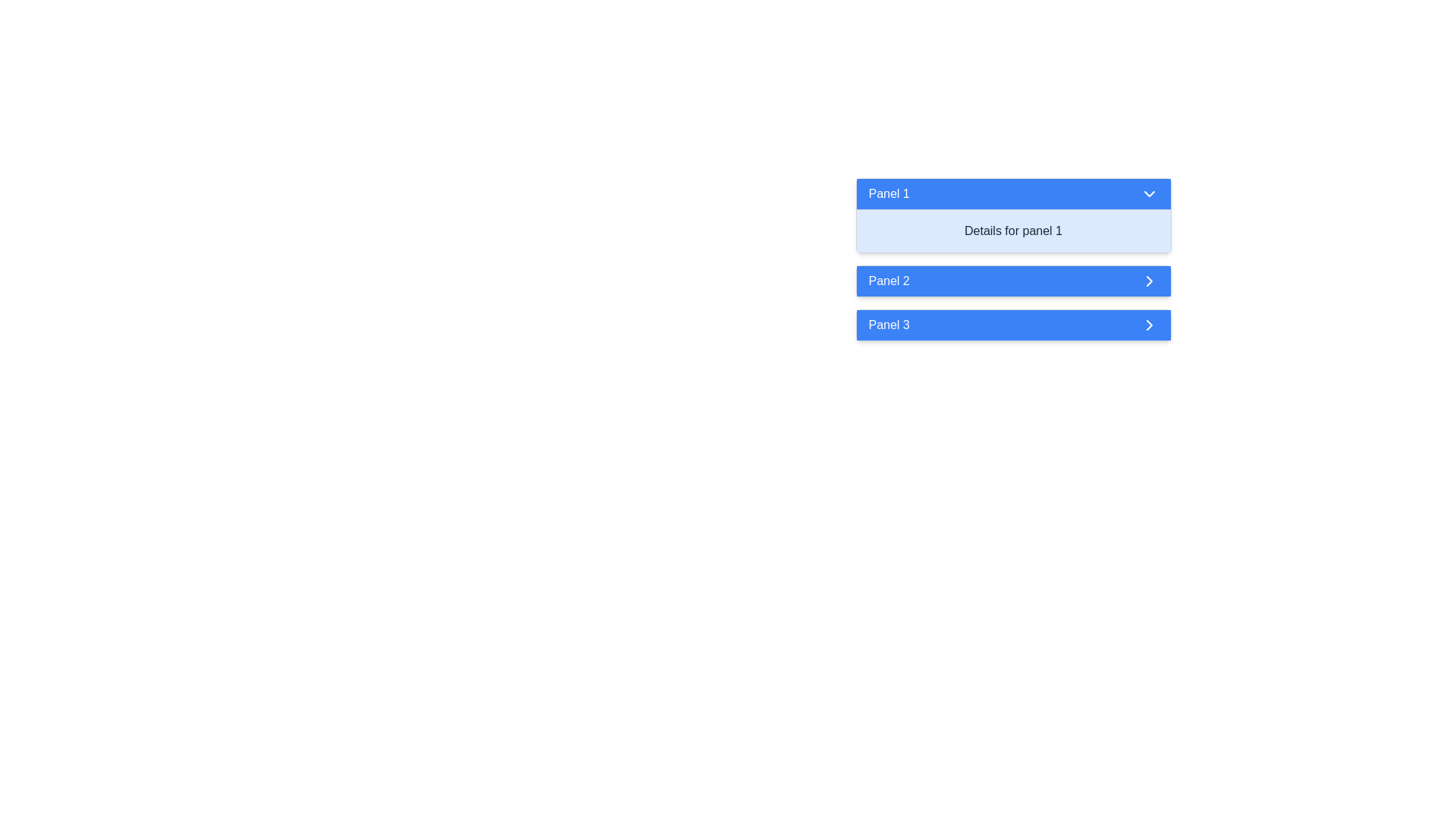  Describe the element at coordinates (1149, 324) in the screenshot. I see `the chevron icon located on the far right side of the 'Panel 3' button` at that location.